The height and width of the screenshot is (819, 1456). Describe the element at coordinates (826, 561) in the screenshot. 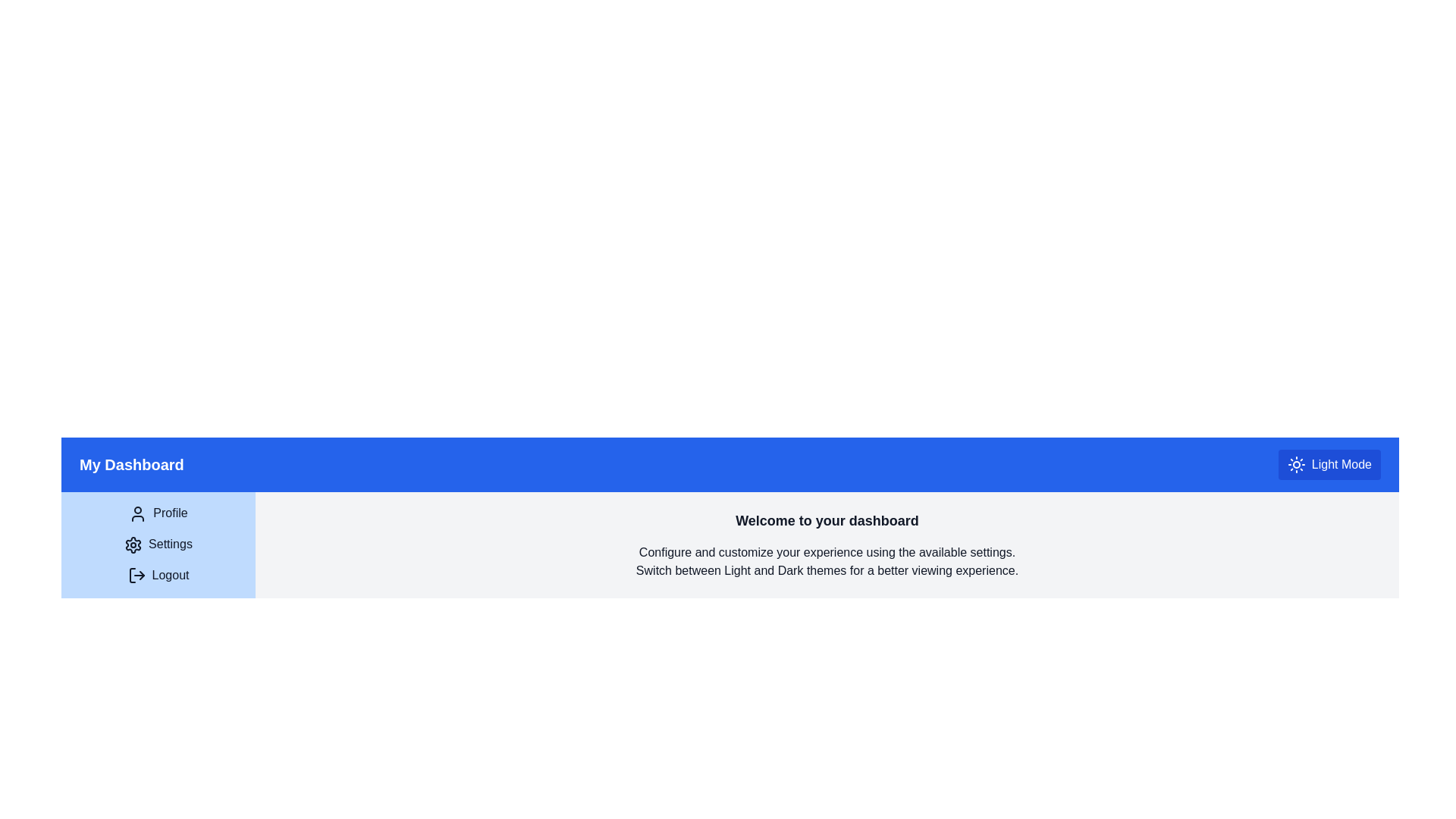

I see `the informational Text block located below the header text 'Welcome to your dashboard' in the content section, which provides guidance on configuring dashboard settings and theme options` at that location.